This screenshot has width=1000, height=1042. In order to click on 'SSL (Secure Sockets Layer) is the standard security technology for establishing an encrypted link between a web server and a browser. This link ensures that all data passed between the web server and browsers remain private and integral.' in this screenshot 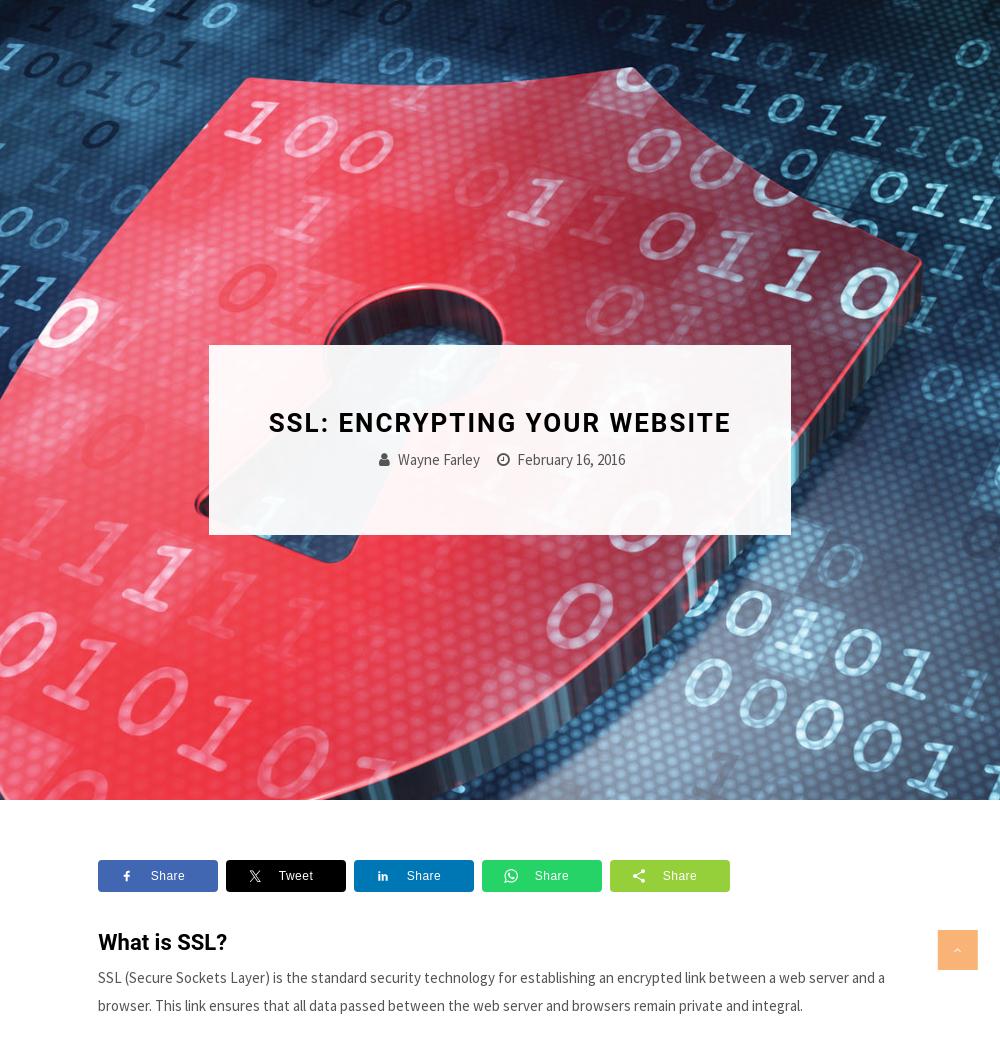, I will do `click(490, 991)`.